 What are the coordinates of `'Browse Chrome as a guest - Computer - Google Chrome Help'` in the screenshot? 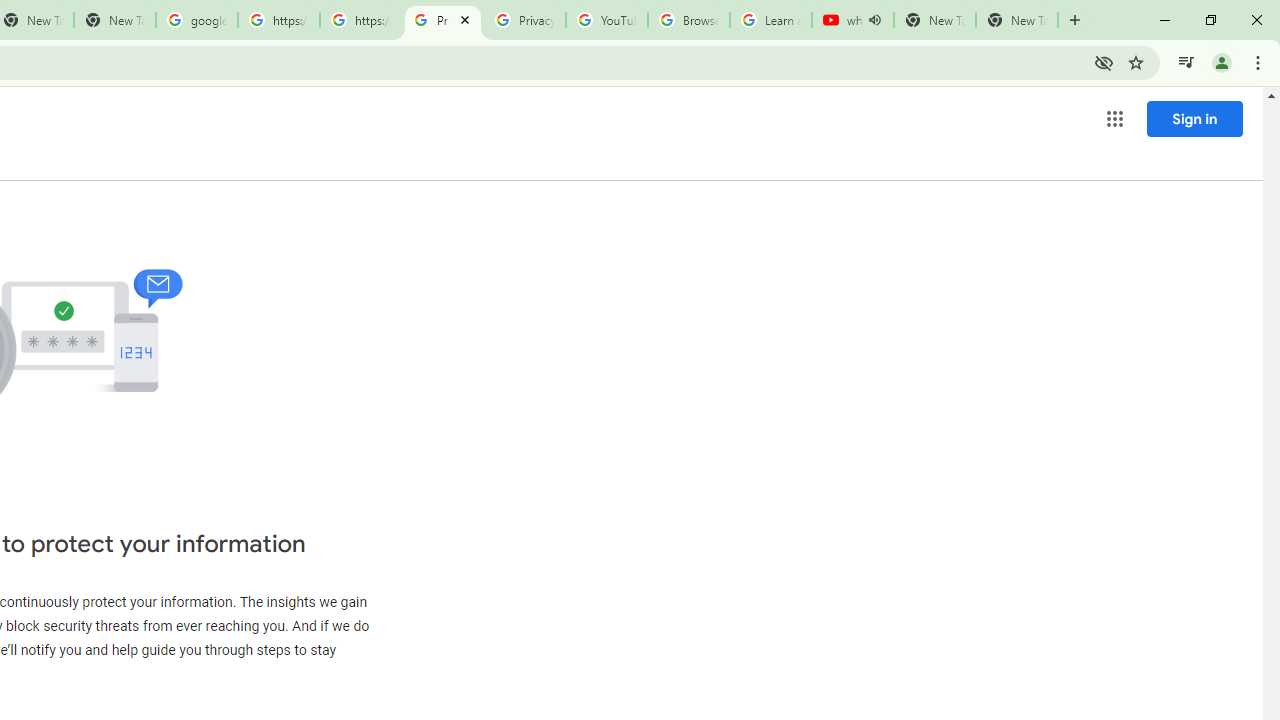 It's located at (688, 20).